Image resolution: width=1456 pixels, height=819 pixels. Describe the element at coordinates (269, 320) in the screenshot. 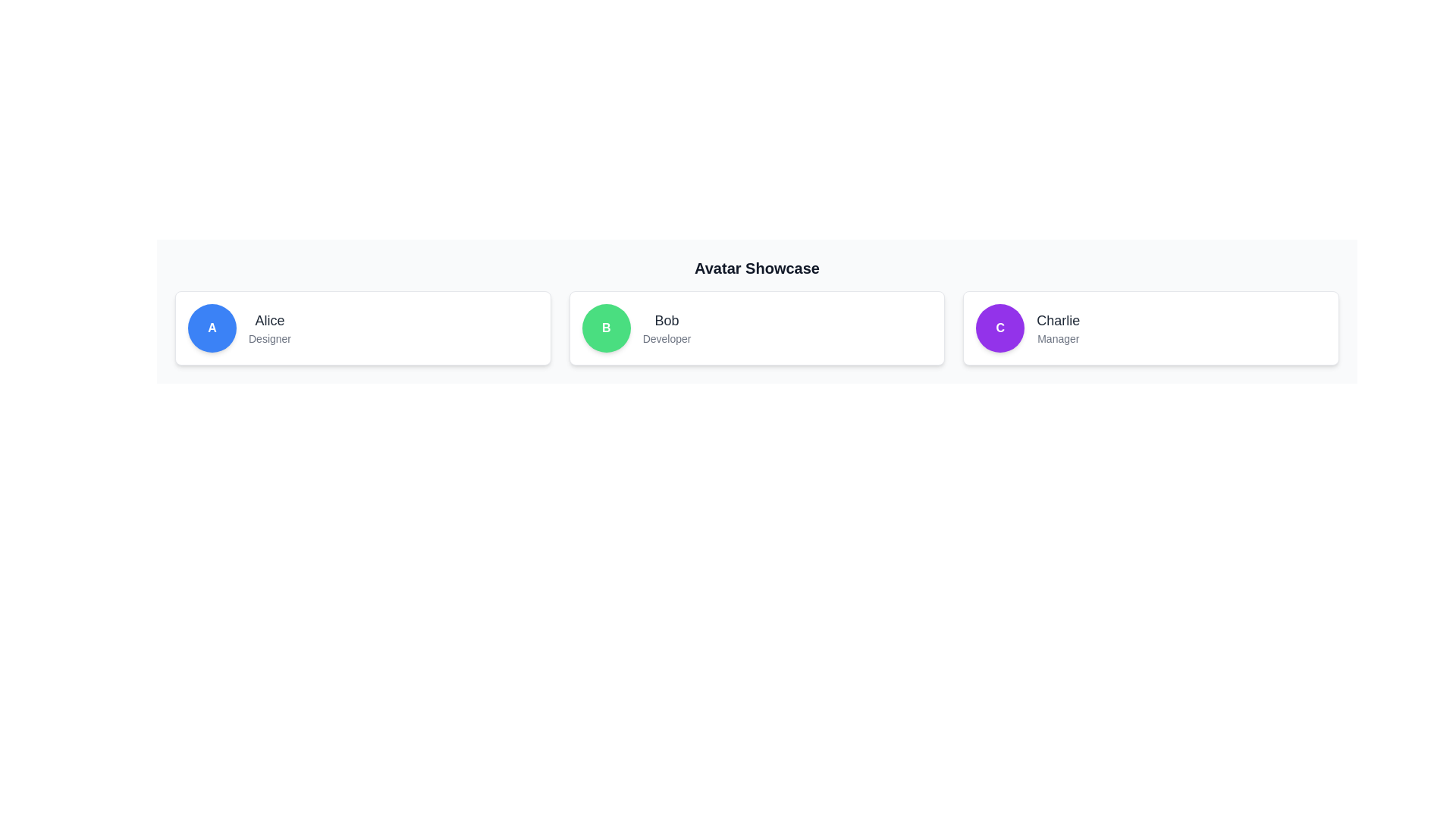

I see `text label representing the user's name, located above the 'Designer' text within the leftmost user card` at that location.